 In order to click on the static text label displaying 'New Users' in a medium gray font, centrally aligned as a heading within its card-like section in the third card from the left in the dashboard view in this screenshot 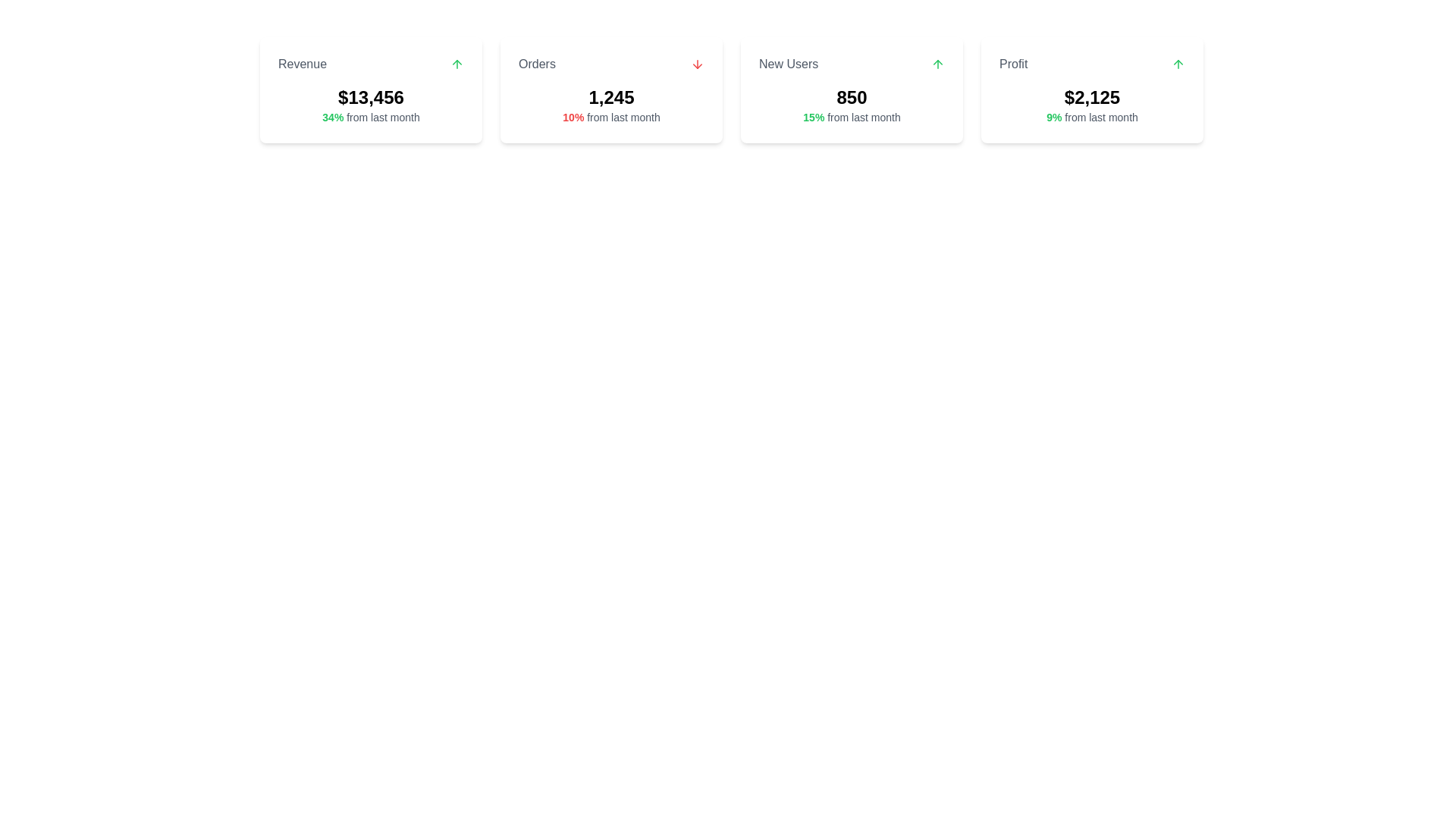, I will do `click(789, 63)`.